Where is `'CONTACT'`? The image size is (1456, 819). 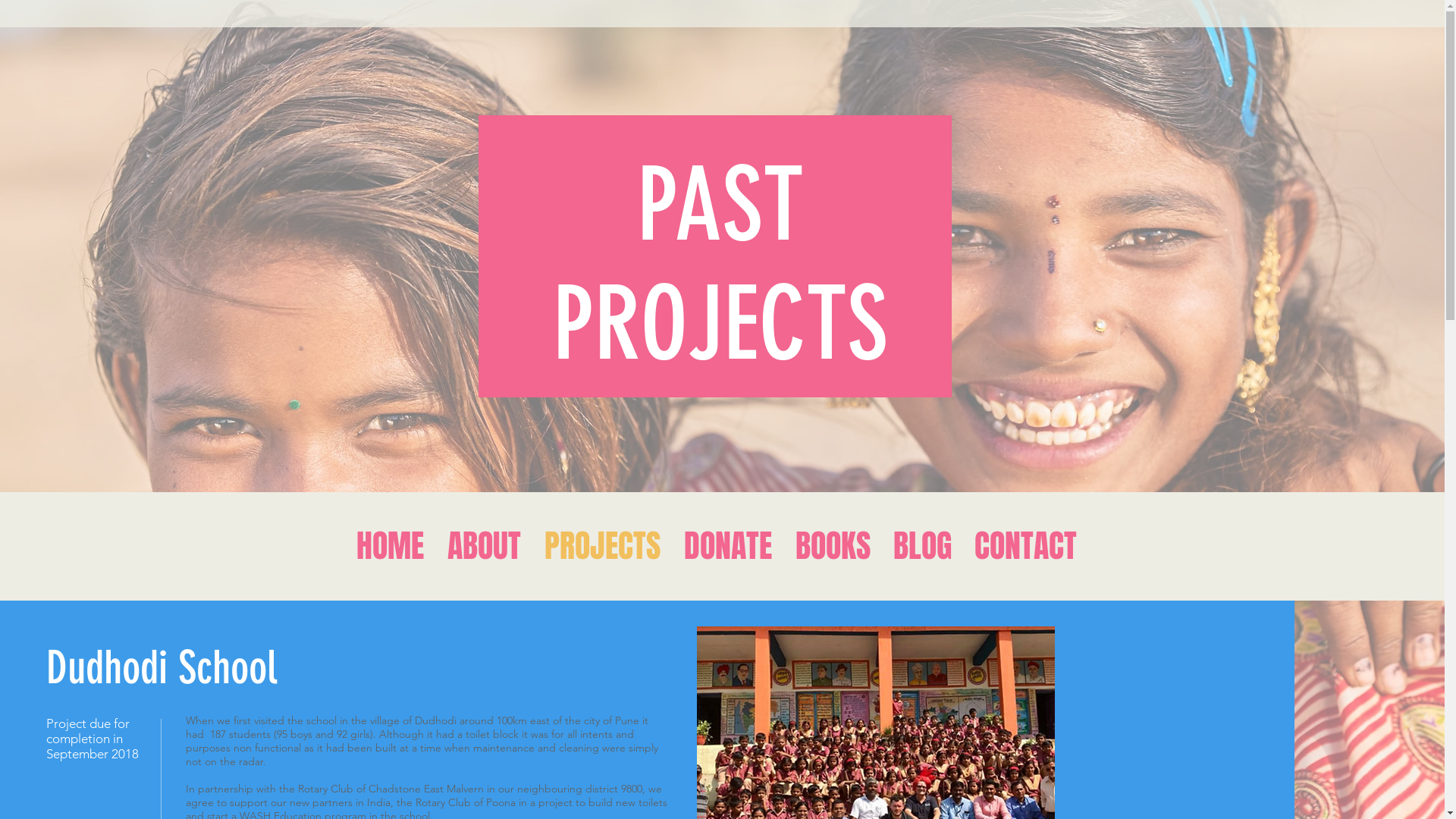 'CONTACT' is located at coordinates (962, 546).